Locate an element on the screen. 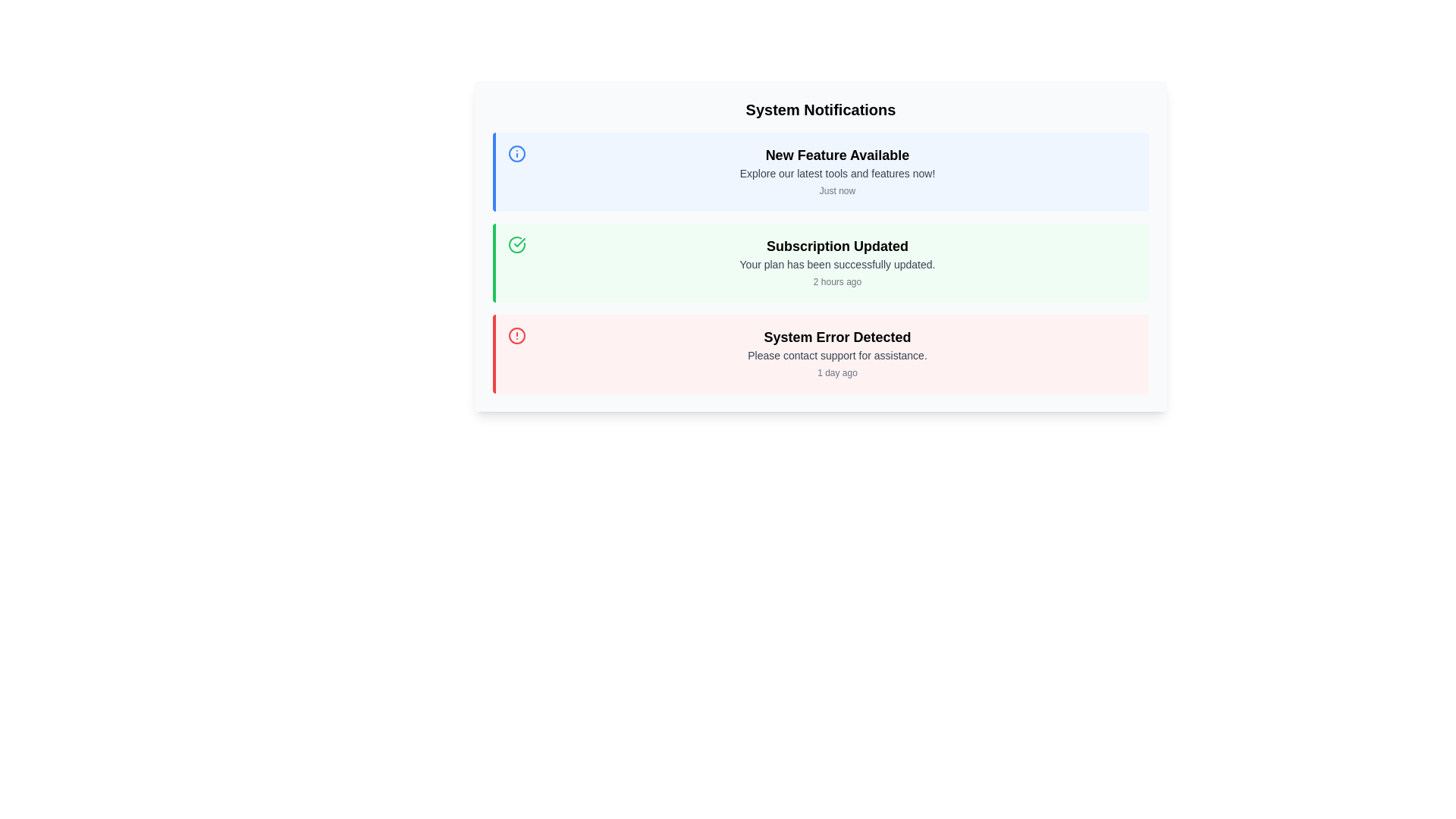  the success icon located in the second notification block, to the left of the 'Subscription Updated' text, which is highlighted in green is located at coordinates (516, 244).